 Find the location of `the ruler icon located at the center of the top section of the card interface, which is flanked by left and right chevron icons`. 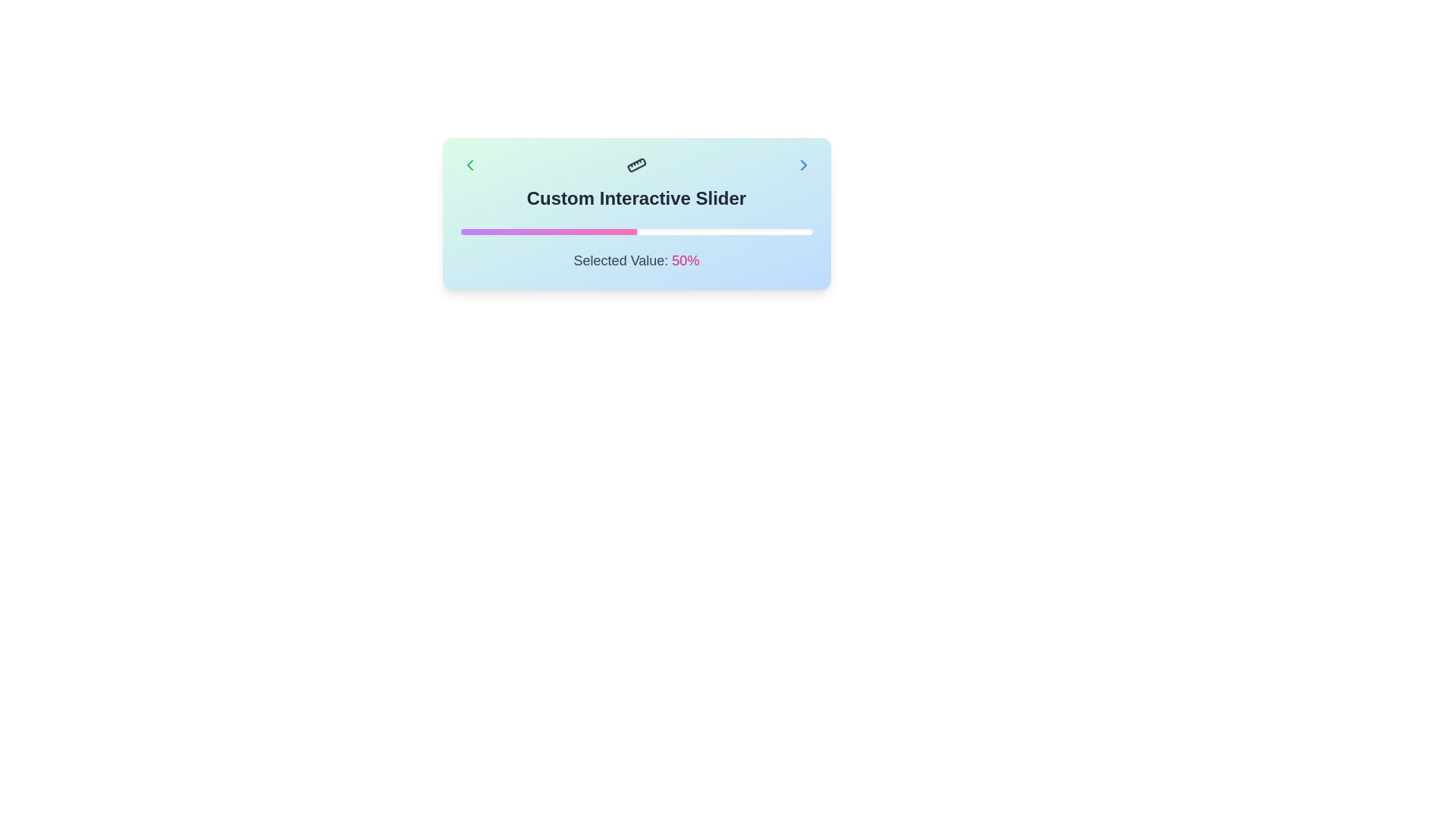

the ruler icon located at the center of the top section of the card interface, which is flanked by left and right chevron icons is located at coordinates (636, 165).